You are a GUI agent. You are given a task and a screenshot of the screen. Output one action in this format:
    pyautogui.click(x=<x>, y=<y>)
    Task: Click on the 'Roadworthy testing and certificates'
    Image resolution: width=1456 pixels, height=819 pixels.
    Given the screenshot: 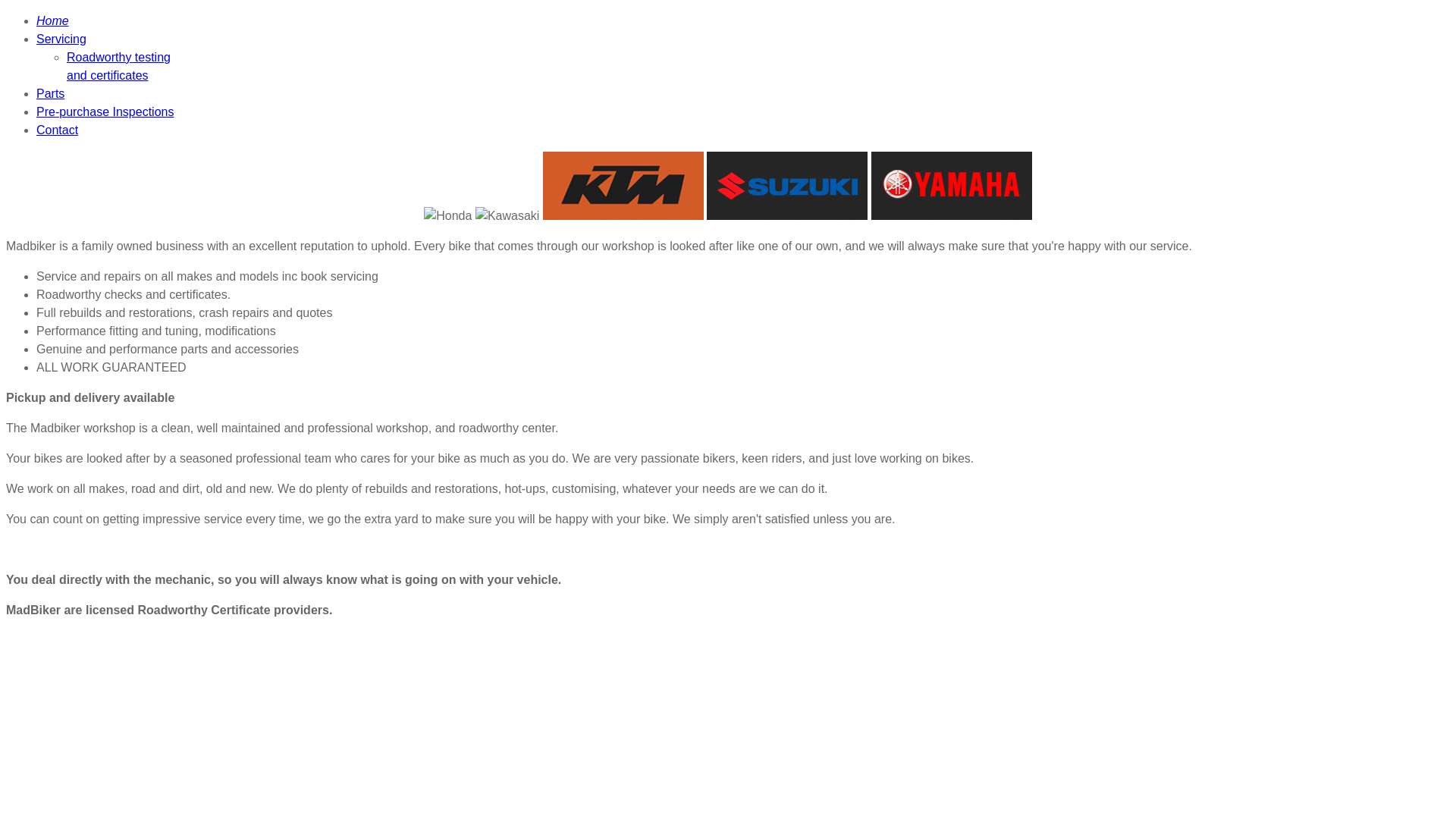 What is the action you would take?
    pyautogui.click(x=118, y=65)
    